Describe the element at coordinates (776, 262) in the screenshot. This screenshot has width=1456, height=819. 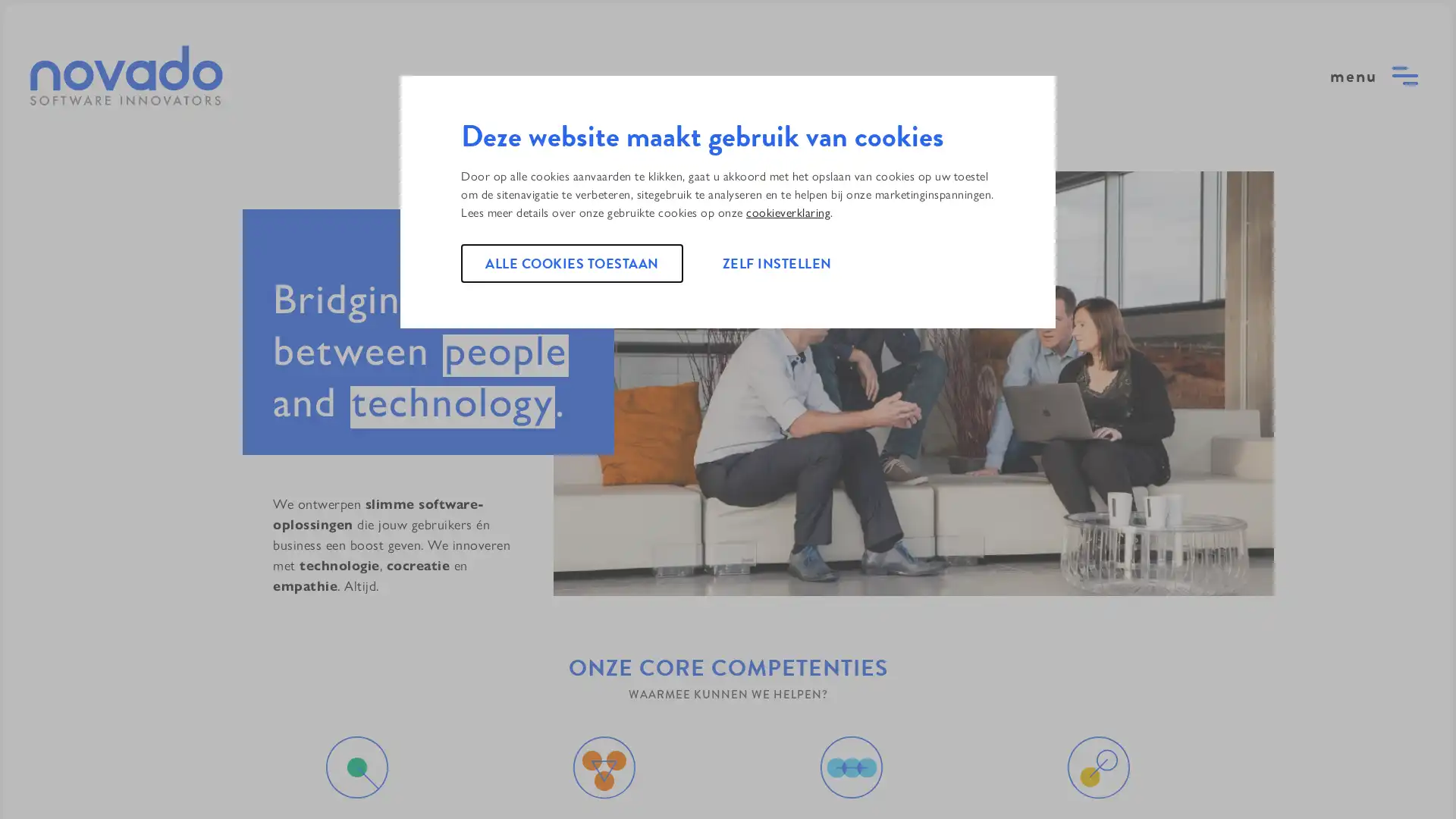
I see `ZELF INSTELLEN` at that location.